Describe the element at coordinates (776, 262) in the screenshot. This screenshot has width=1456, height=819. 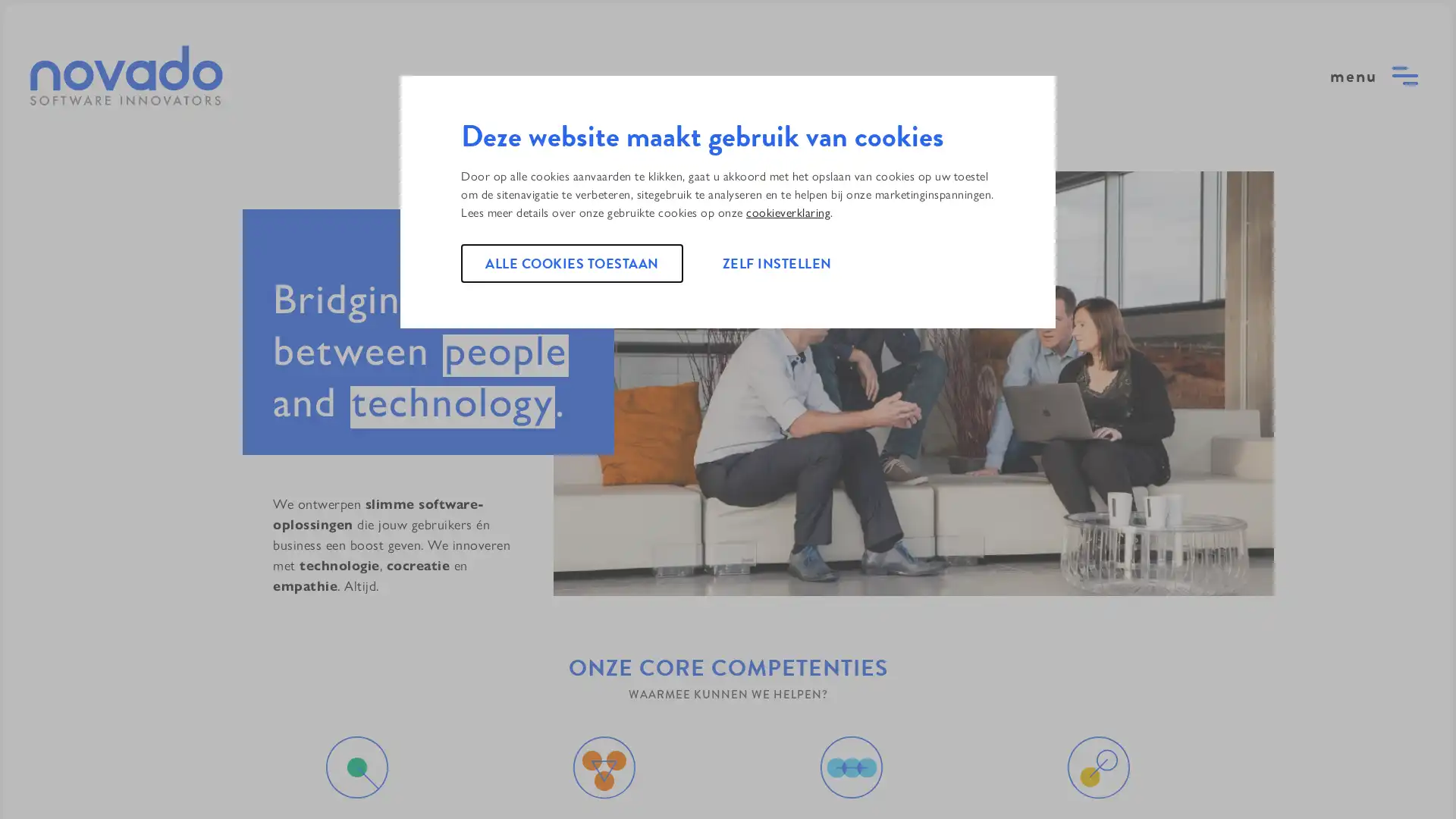
I see `ZELF INSTELLEN` at that location.